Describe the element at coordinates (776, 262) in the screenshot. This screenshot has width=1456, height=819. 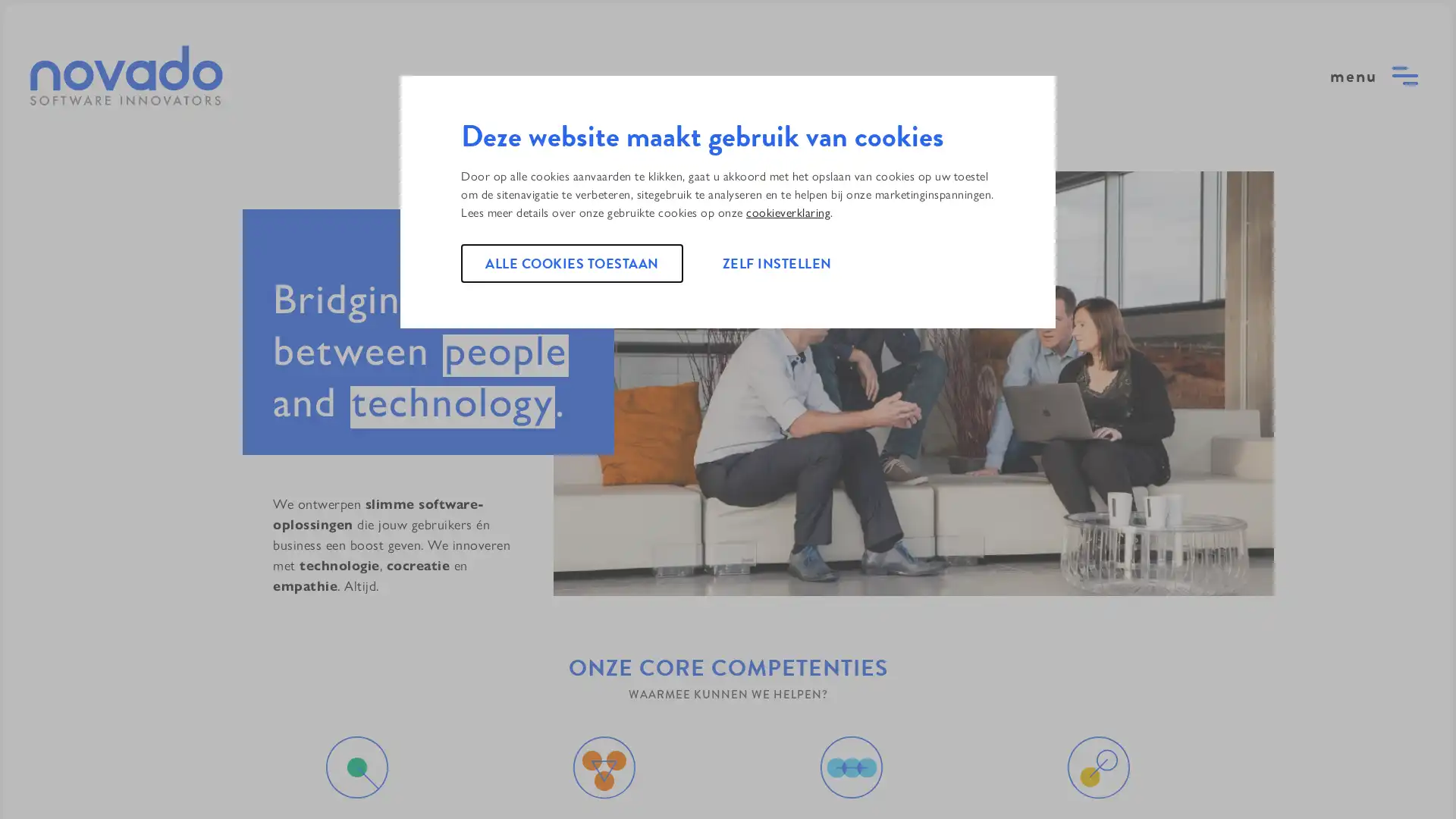
I see `ZELF INSTELLEN` at that location.